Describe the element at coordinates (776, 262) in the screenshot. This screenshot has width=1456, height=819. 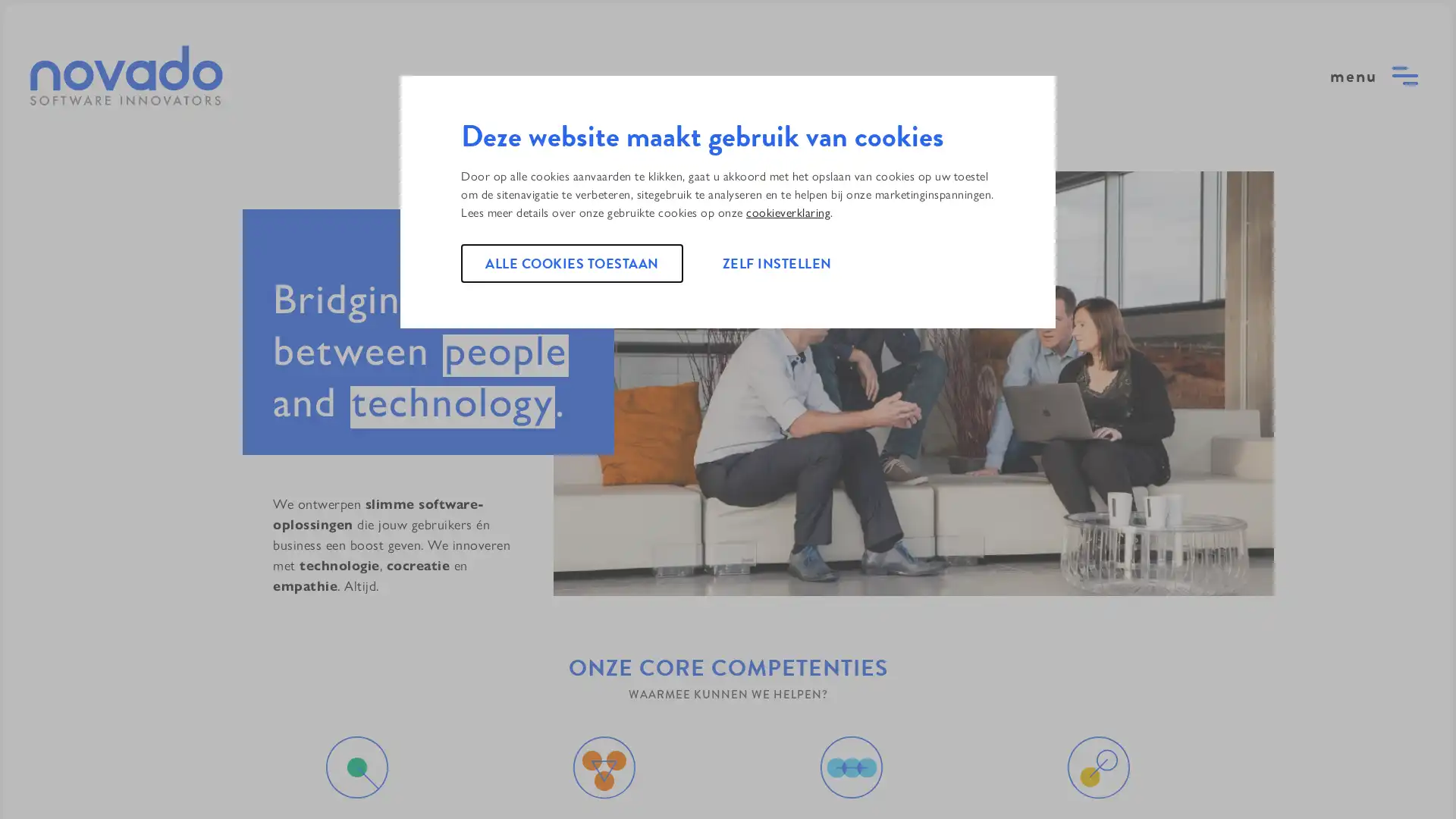
I see `ZELF INSTELLEN` at that location.